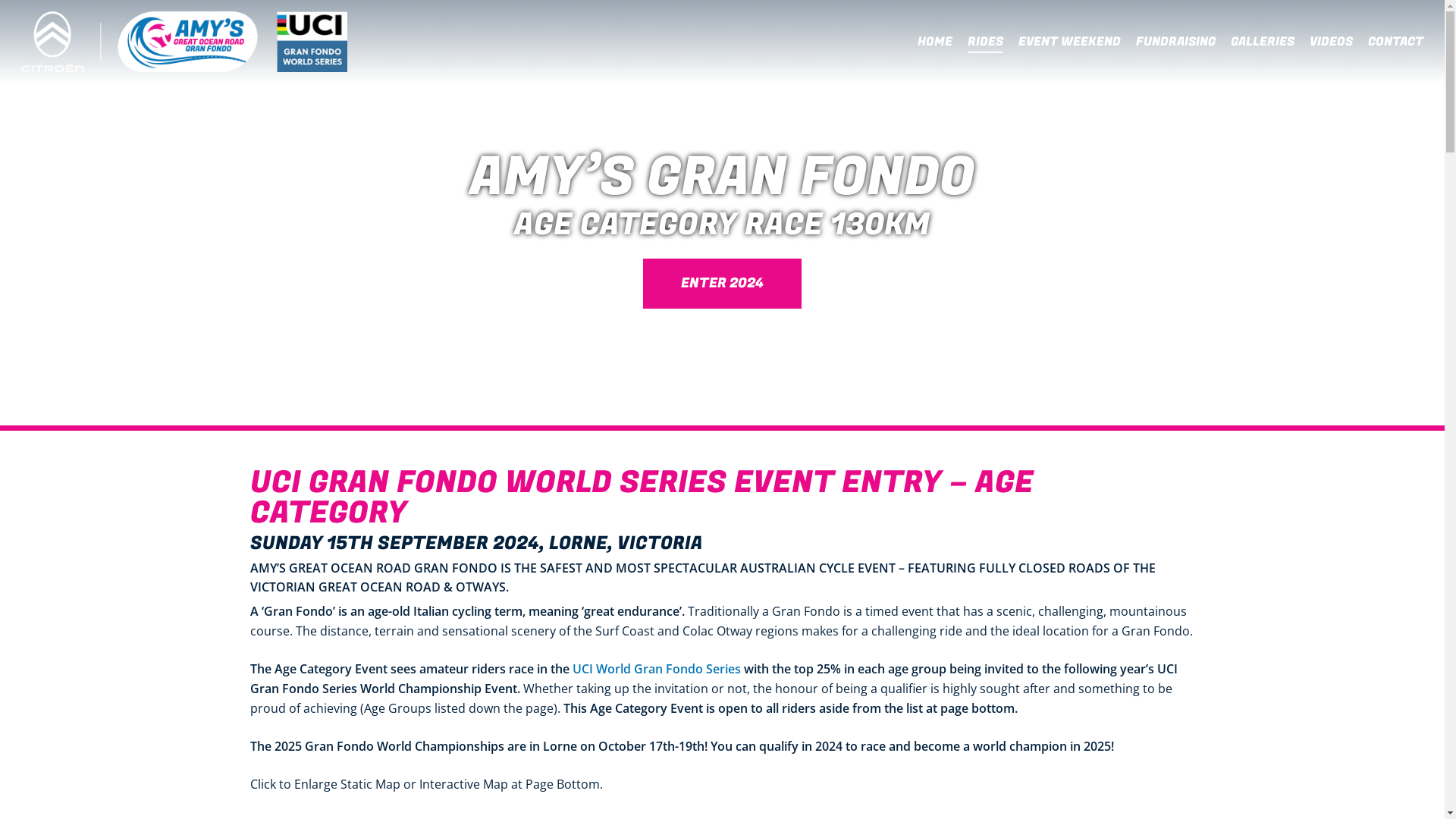  Describe the element at coordinates (721, 284) in the screenshot. I see `'ENTER 2024'` at that location.